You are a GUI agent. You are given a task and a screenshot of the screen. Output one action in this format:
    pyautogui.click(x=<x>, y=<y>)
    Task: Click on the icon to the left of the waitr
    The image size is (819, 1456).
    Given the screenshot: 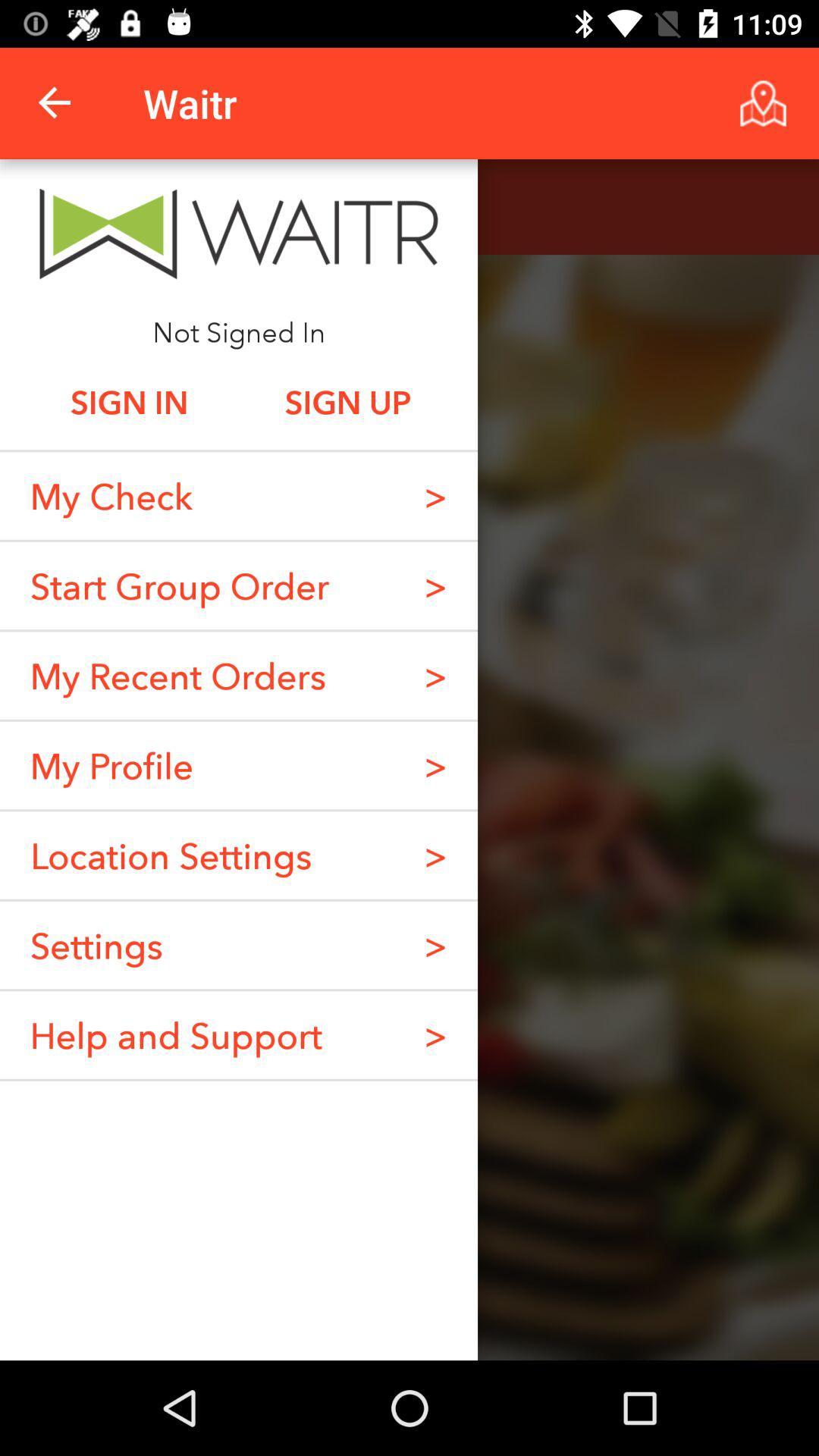 What is the action you would take?
    pyautogui.click(x=55, y=102)
    